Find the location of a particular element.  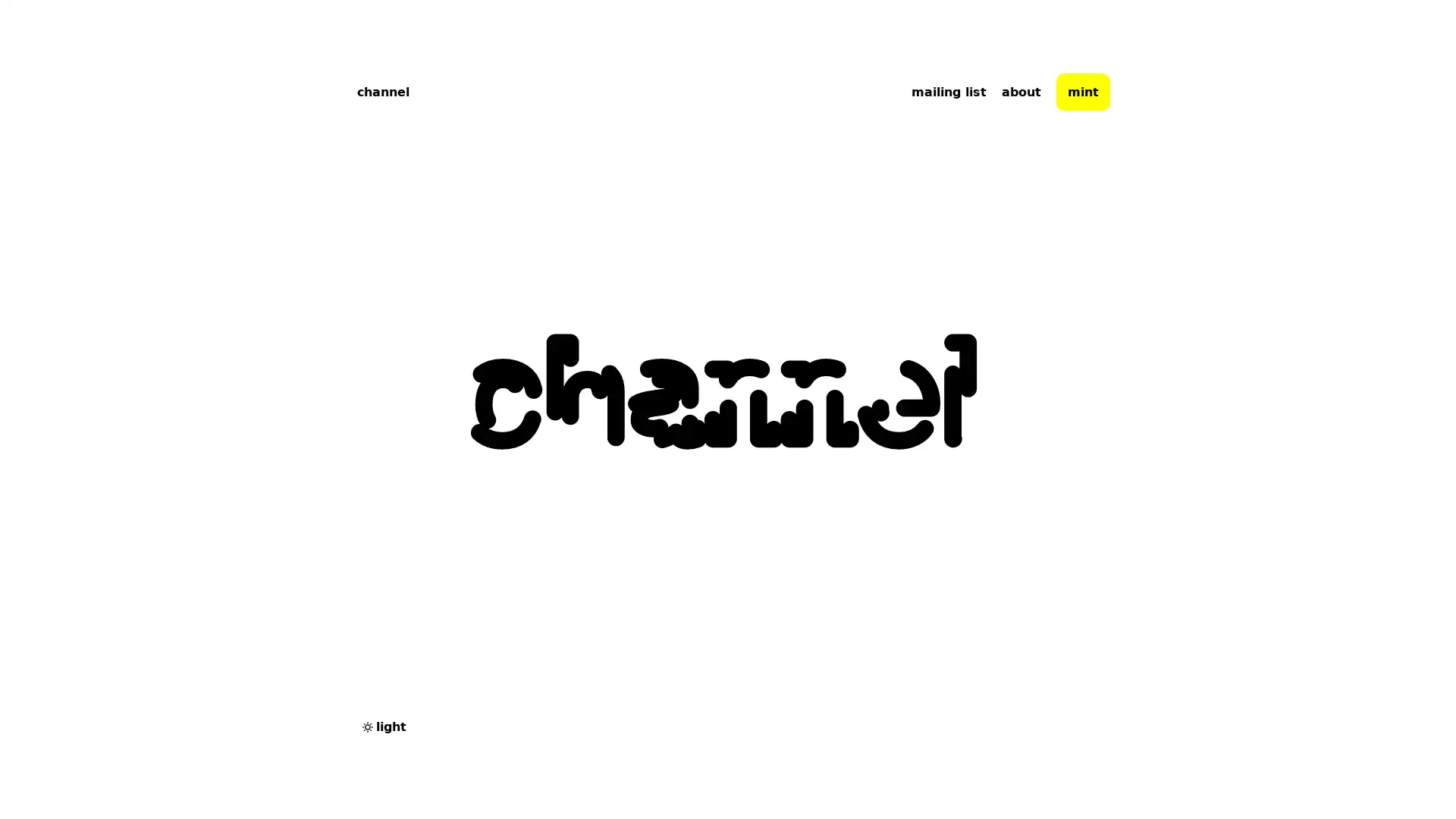

light is located at coordinates (383, 726).